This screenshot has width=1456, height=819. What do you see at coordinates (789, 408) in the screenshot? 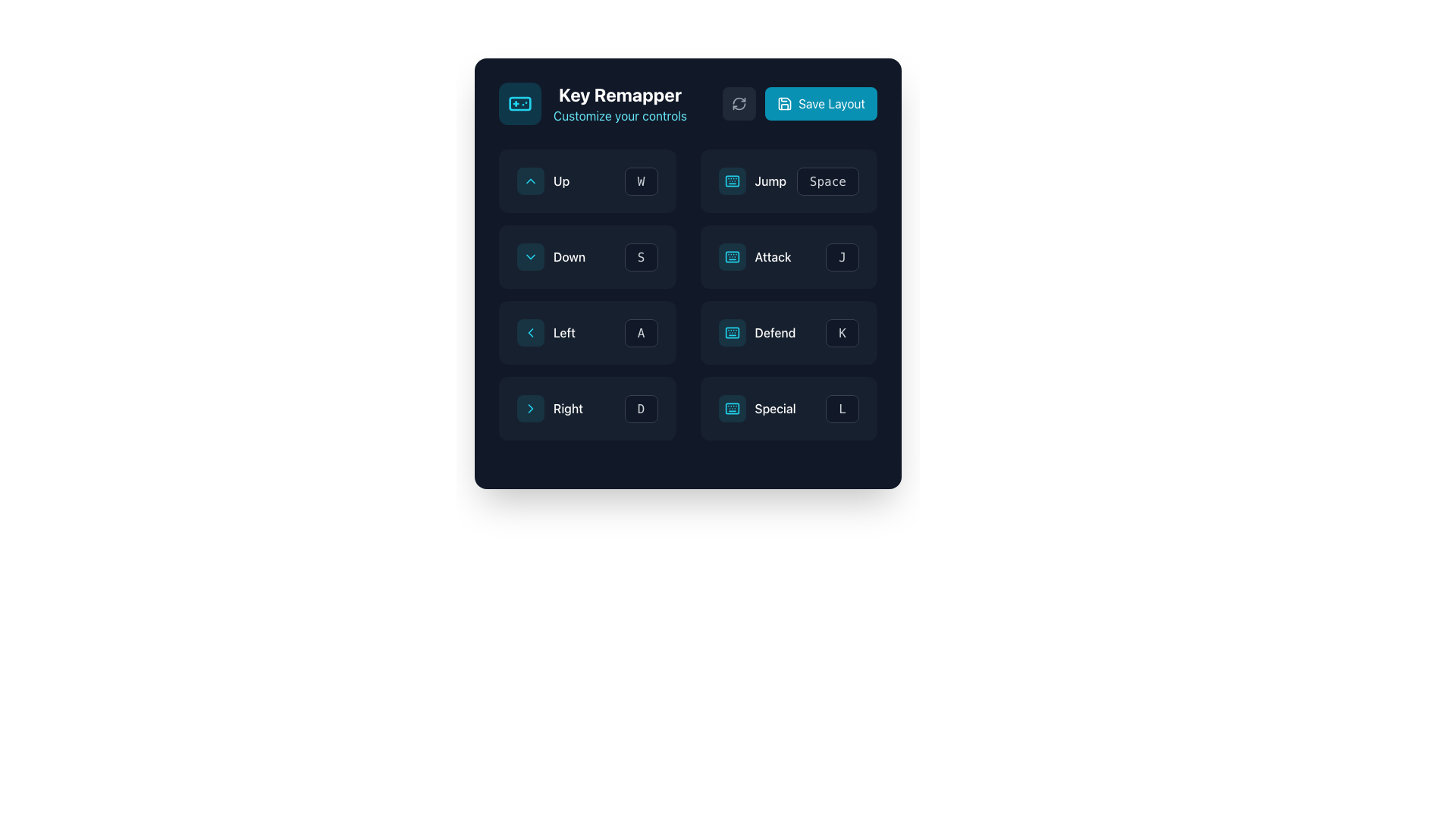
I see `the Interactive Button labeled 'Special' which has a dark gray background and a keyboard icon on the left` at bounding box center [789, 408].